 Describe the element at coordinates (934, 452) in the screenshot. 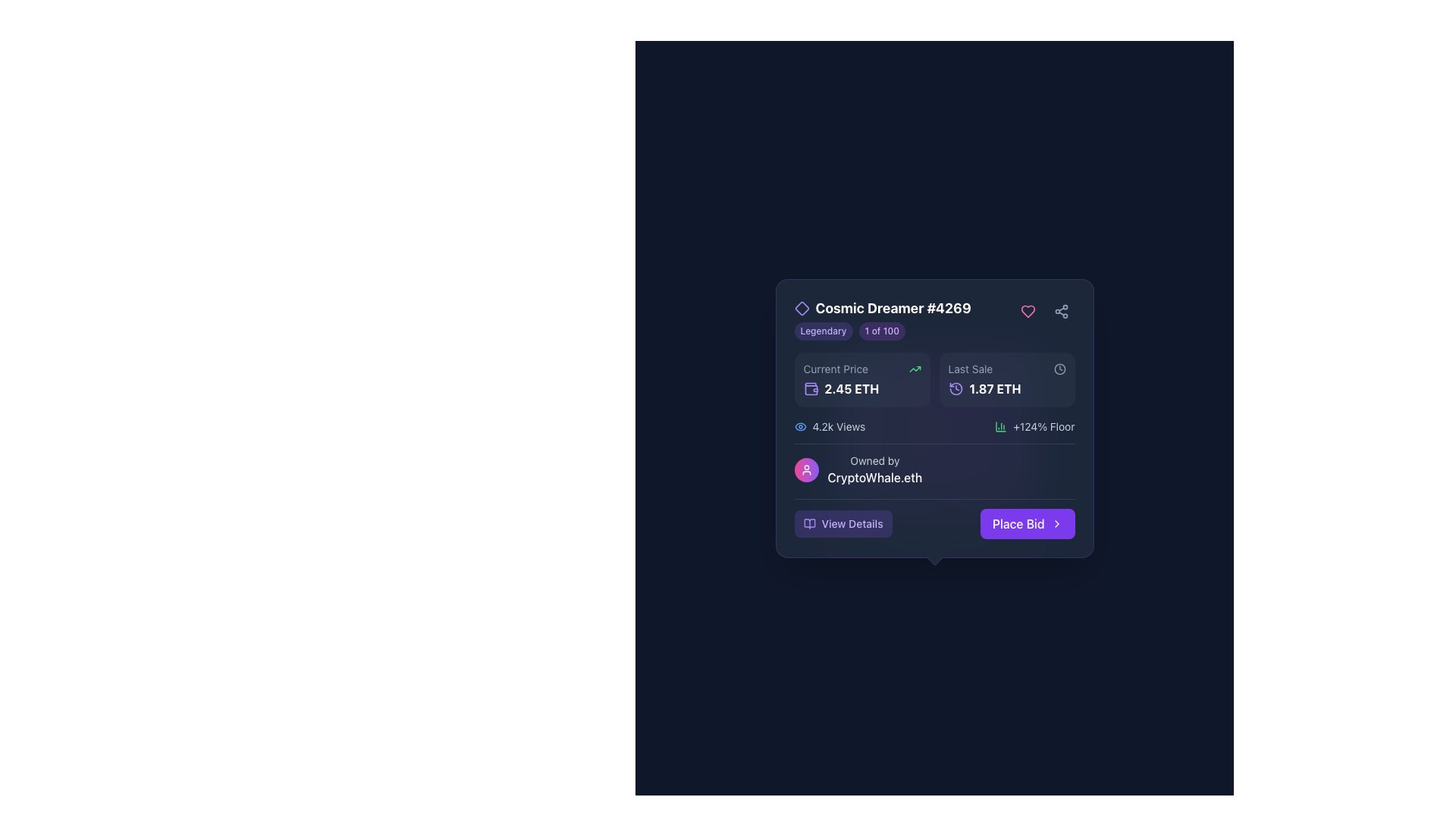

I see `the Informational Display that shows '4.2k Views', '+124% Floor', and 'Owned by CryptoWhale.eth', located centrally under the price information and above the action buttons` at that location.